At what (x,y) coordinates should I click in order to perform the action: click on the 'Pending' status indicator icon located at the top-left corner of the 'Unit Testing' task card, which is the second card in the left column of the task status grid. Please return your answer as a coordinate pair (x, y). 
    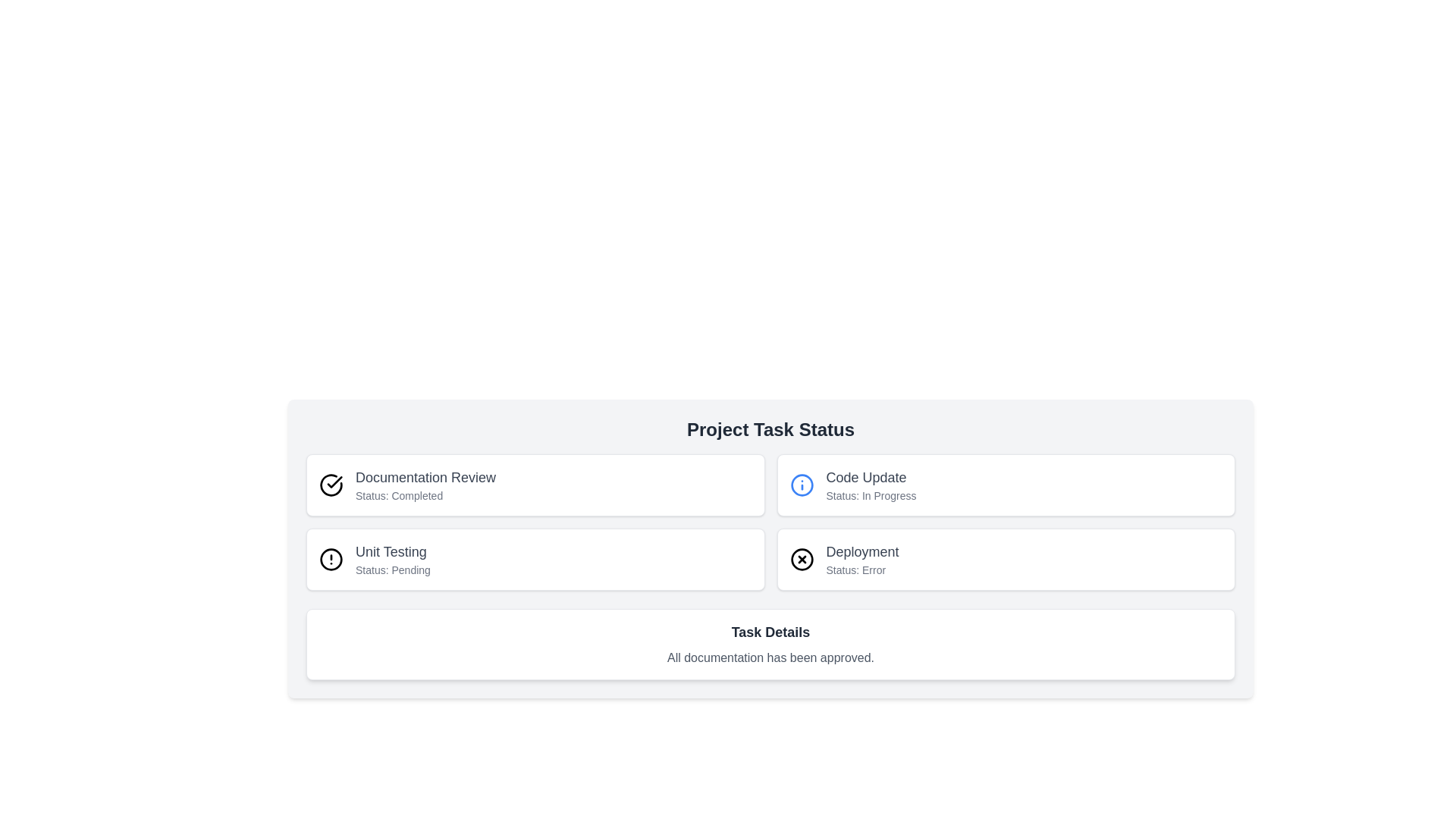
    Looking at the image, I should click on (330, 559).